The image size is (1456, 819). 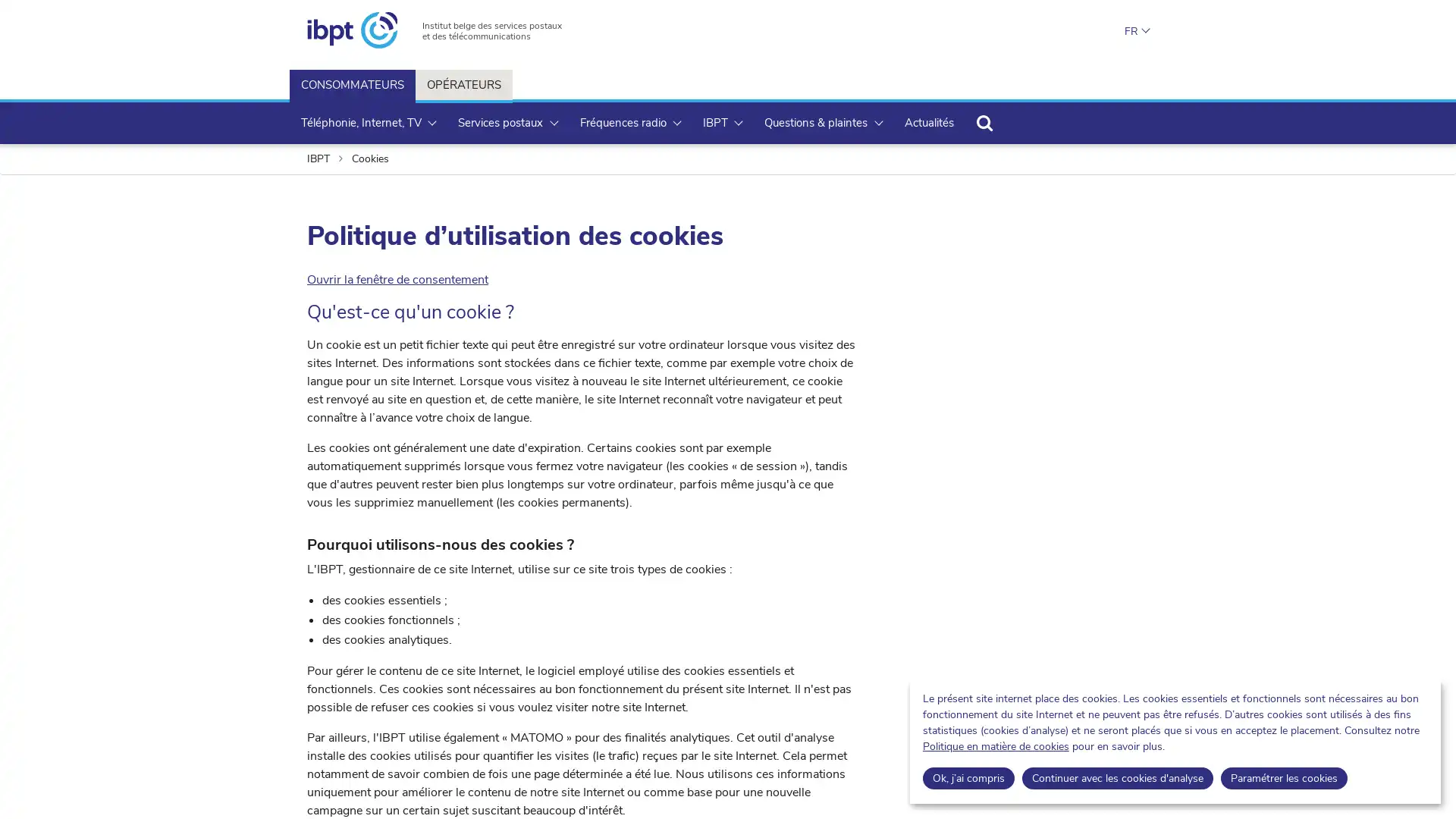 I want to click on Telephonie, Internet, TV, so click(x=368, y=122).